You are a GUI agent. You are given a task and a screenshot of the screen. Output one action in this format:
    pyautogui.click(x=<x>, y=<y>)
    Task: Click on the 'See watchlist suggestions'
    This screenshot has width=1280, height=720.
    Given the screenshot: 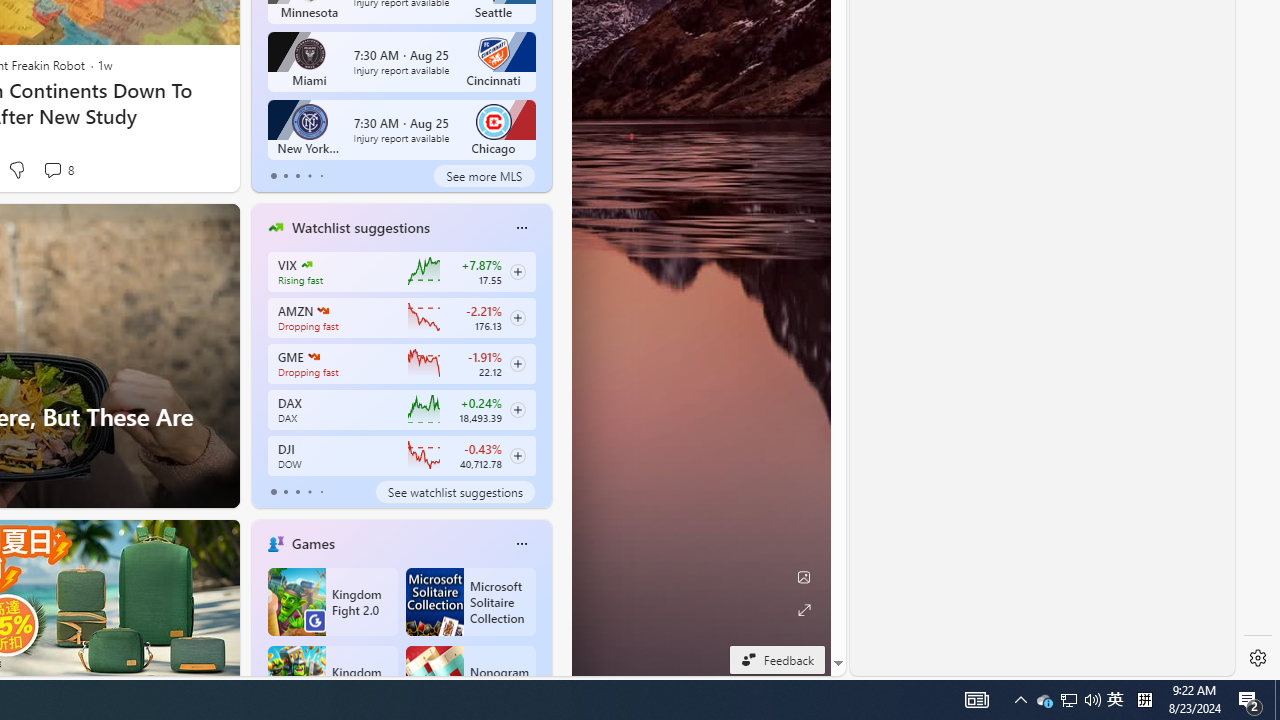 What is the action you would take?
    pyautogui.click(x=454, y=492)
    